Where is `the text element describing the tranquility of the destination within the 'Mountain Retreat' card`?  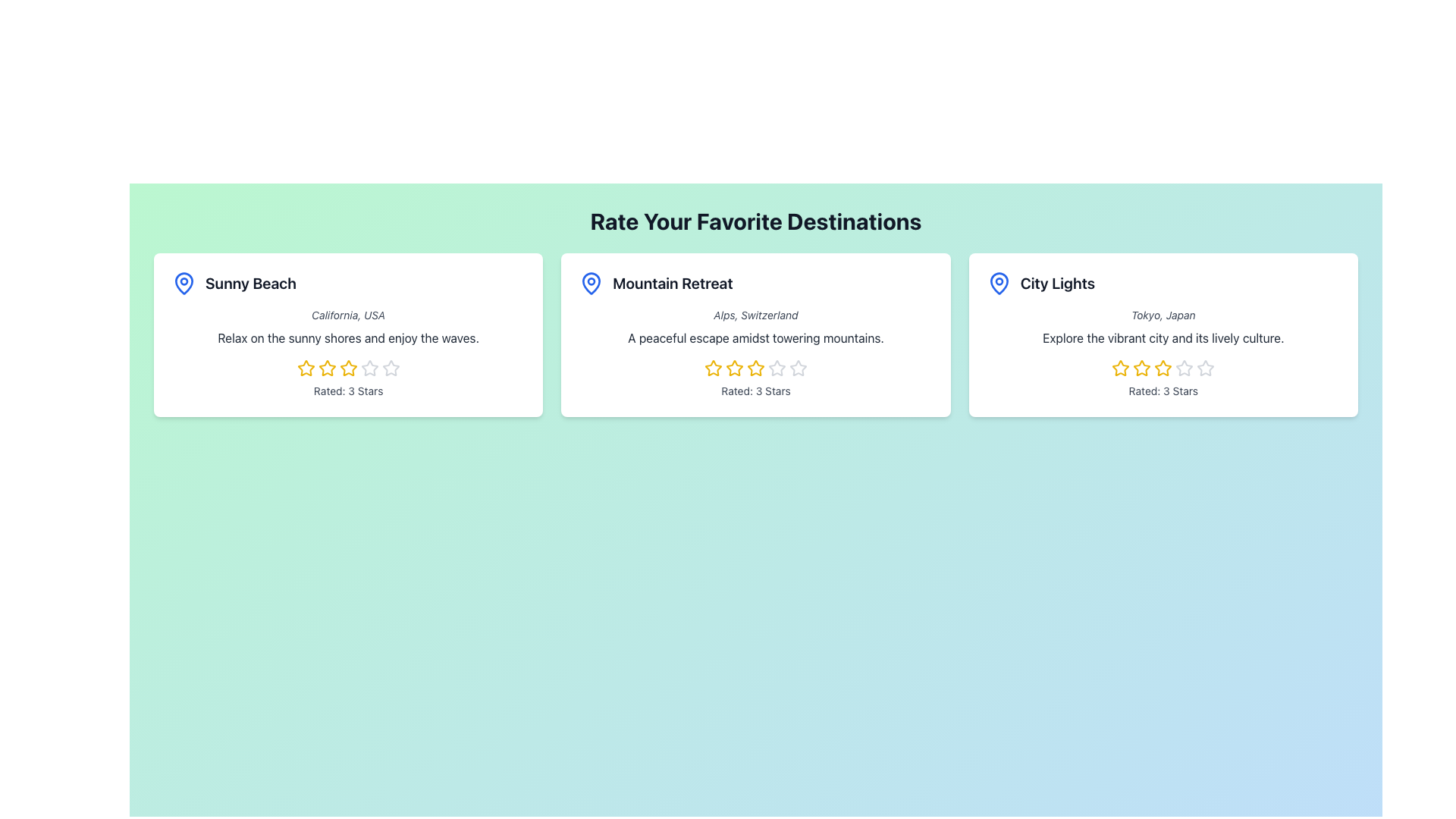 the text element describing the tranquility of the destination within the 'Mountain Retreat' card is located at coordinates (756, 337).